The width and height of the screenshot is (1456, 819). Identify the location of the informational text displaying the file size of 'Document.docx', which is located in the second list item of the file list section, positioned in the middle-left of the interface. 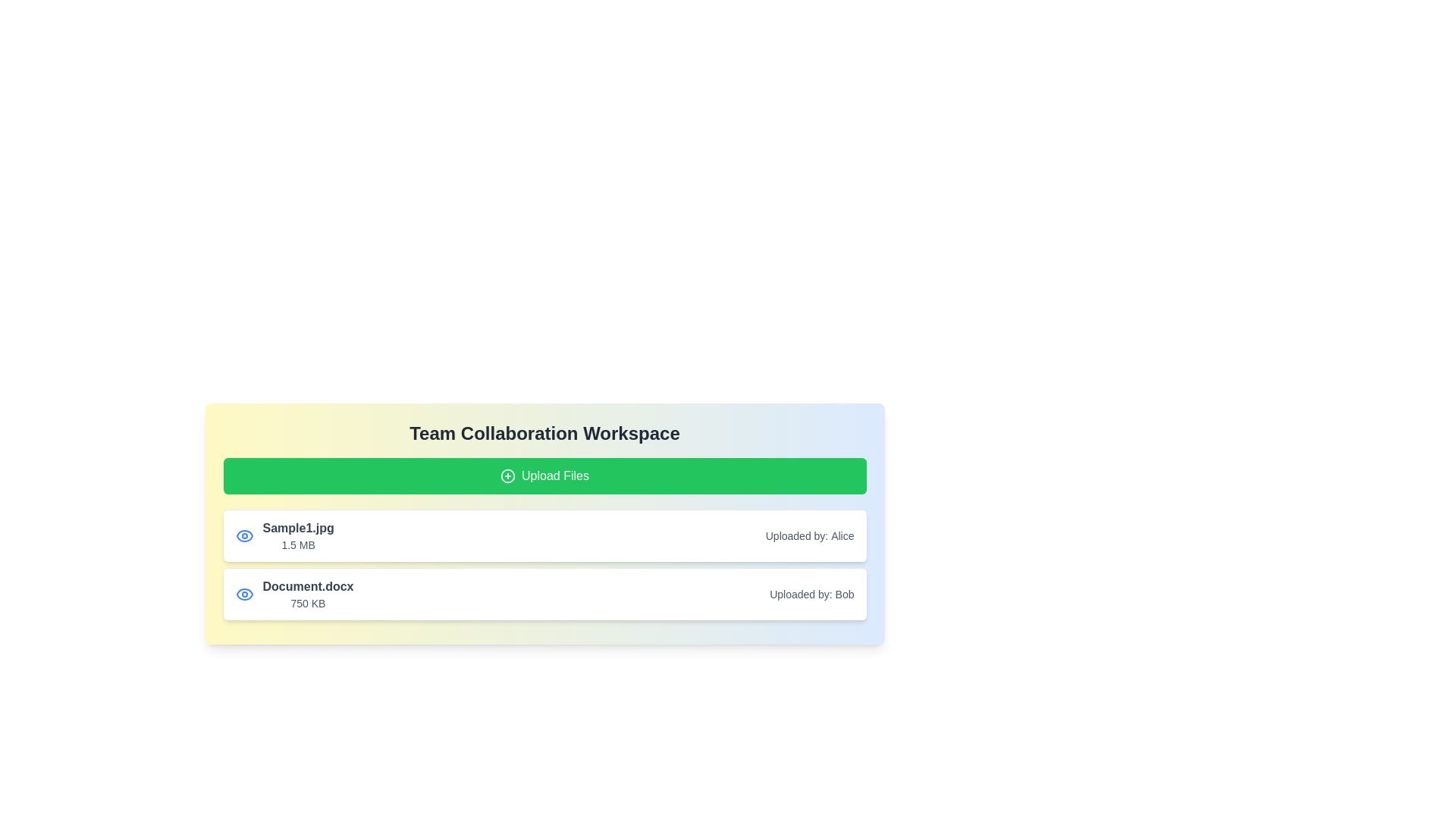
(307, 602).